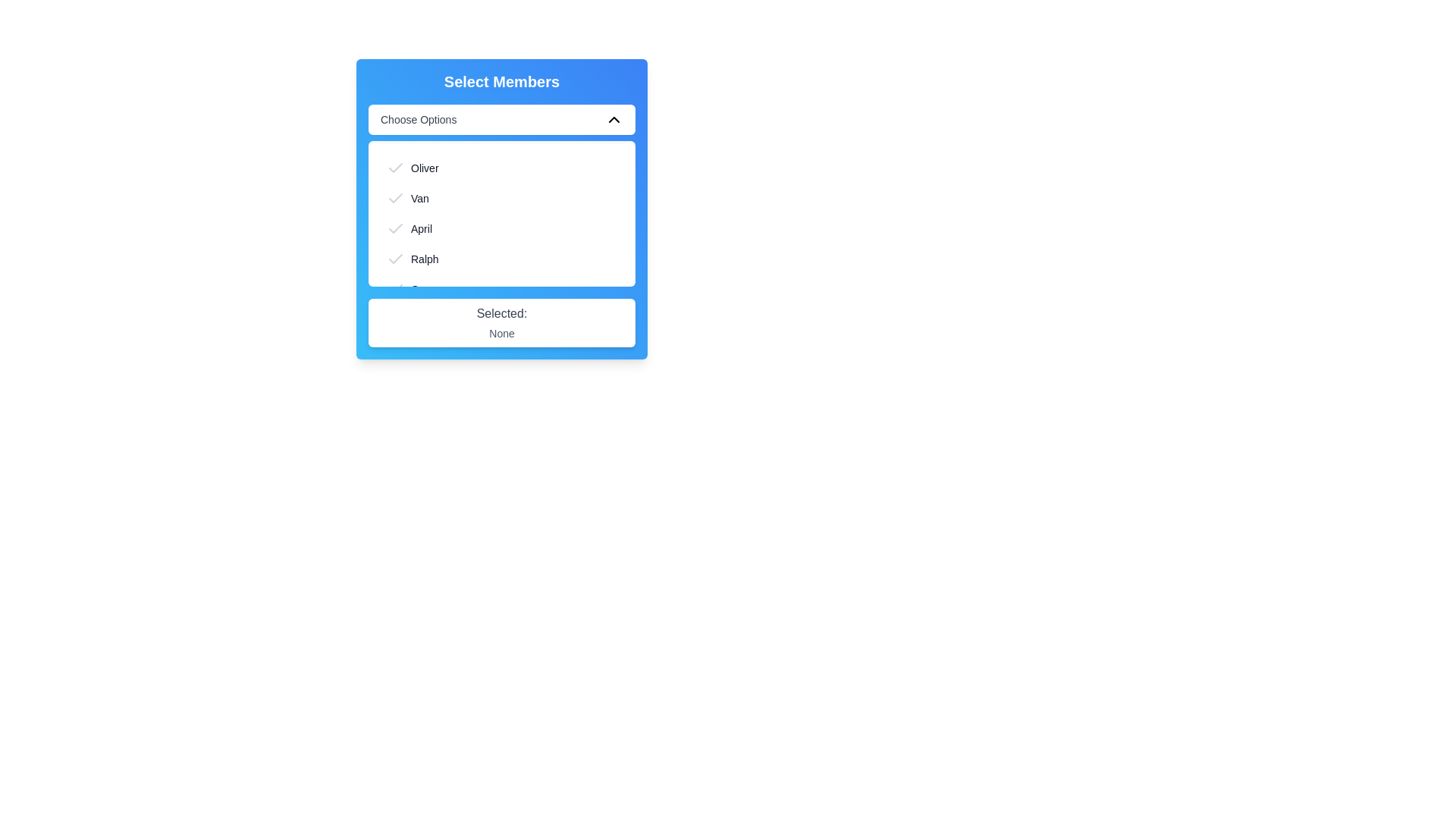 This screenshot has height=819, width=1456. Describe the element at coordinates (425, 168) in the screenshot. I see `the text label representing the selectable option 'Oliver' in the dropdown menu, which is located at the top of the list adjacent to a checkmark icon` at that location.